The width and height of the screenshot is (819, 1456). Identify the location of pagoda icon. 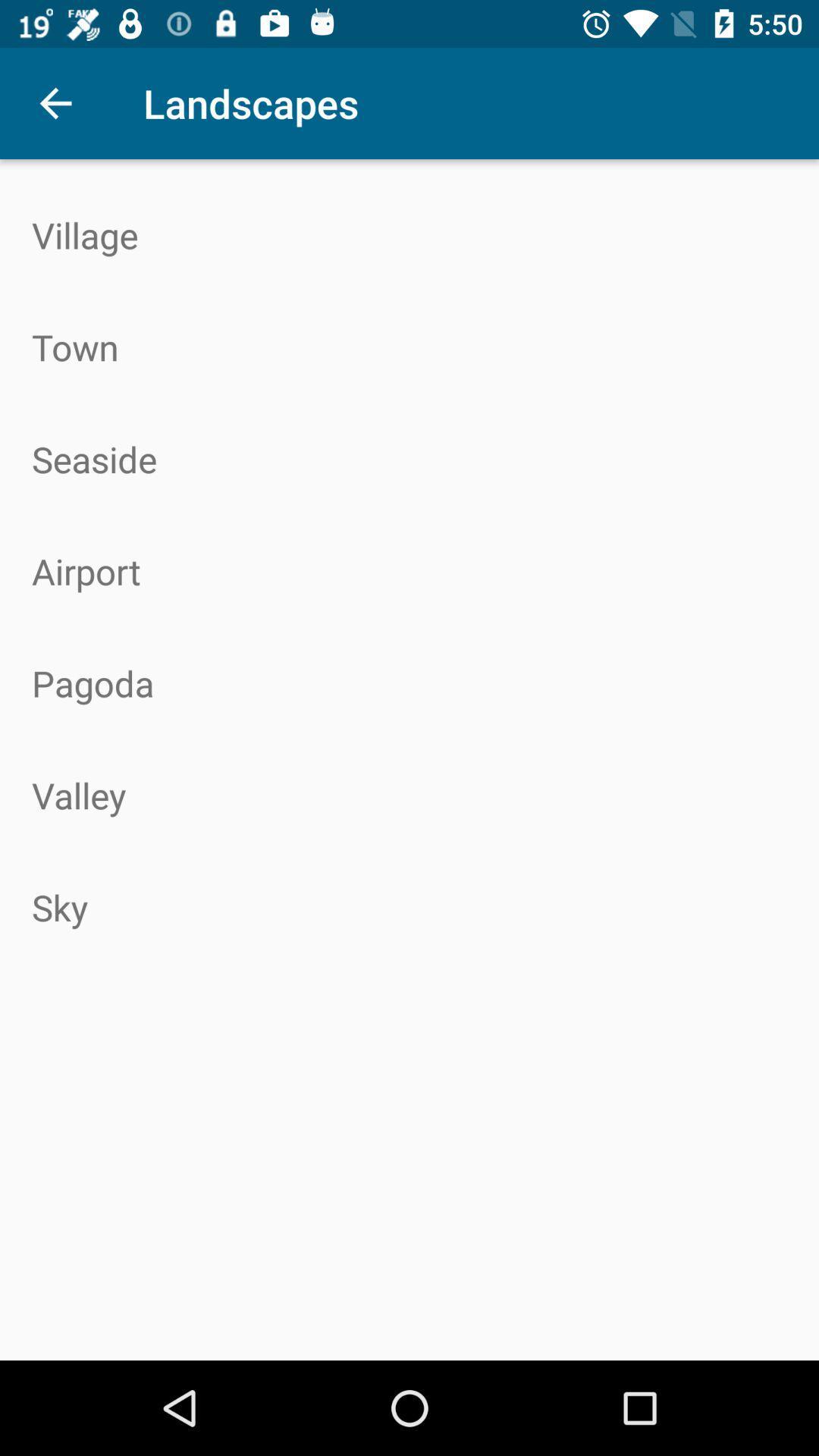
(409, 682).